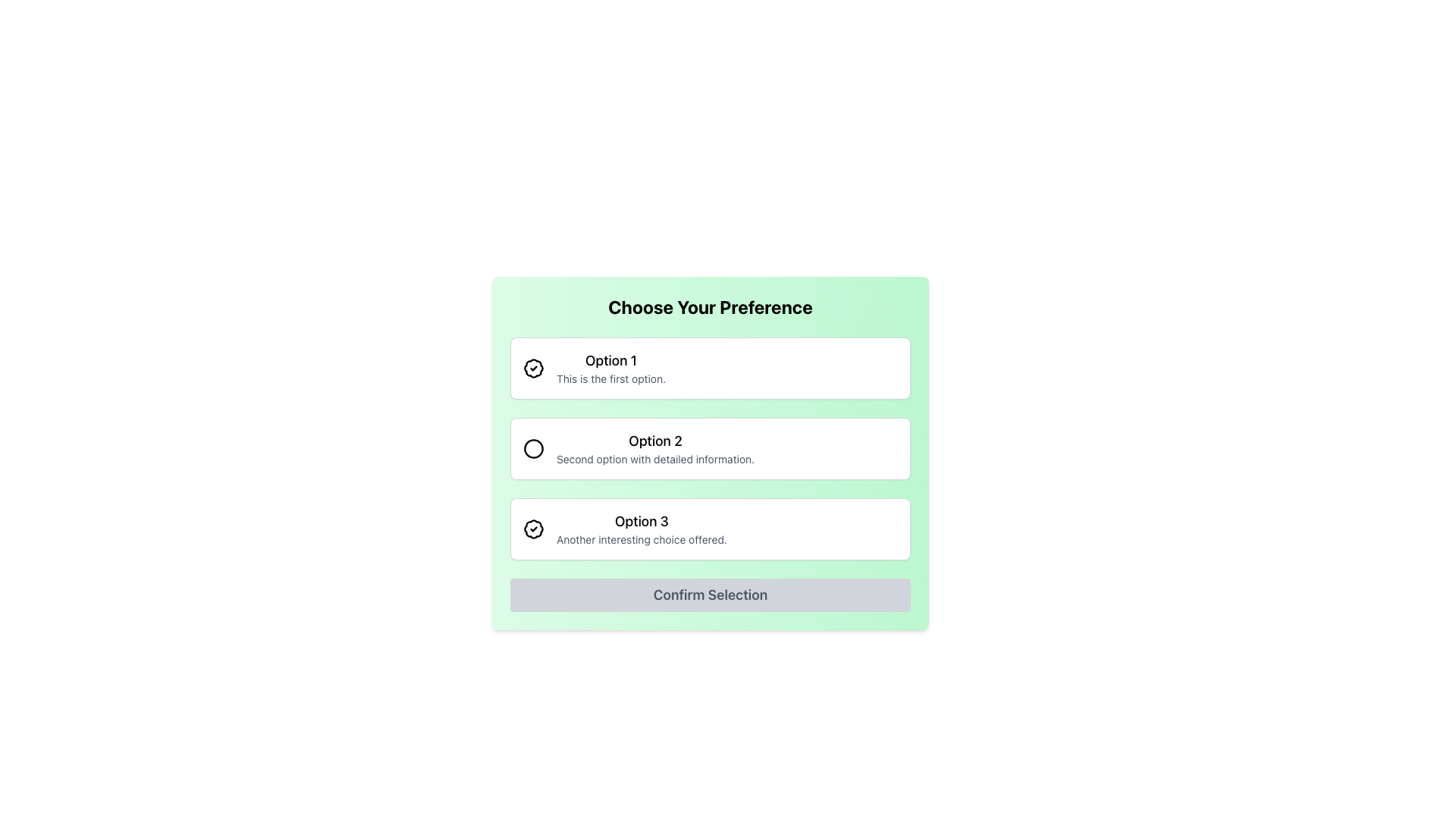 The image size is (1456, 819). What do you see at coordinates (534, 369) in the screenshot?
I see `the circular graphic icon or emblem located at the start of the 'Option 1' line, which is to the left of the text description 'Option 1 This is the first option.'` at bounding box center [534, 369].